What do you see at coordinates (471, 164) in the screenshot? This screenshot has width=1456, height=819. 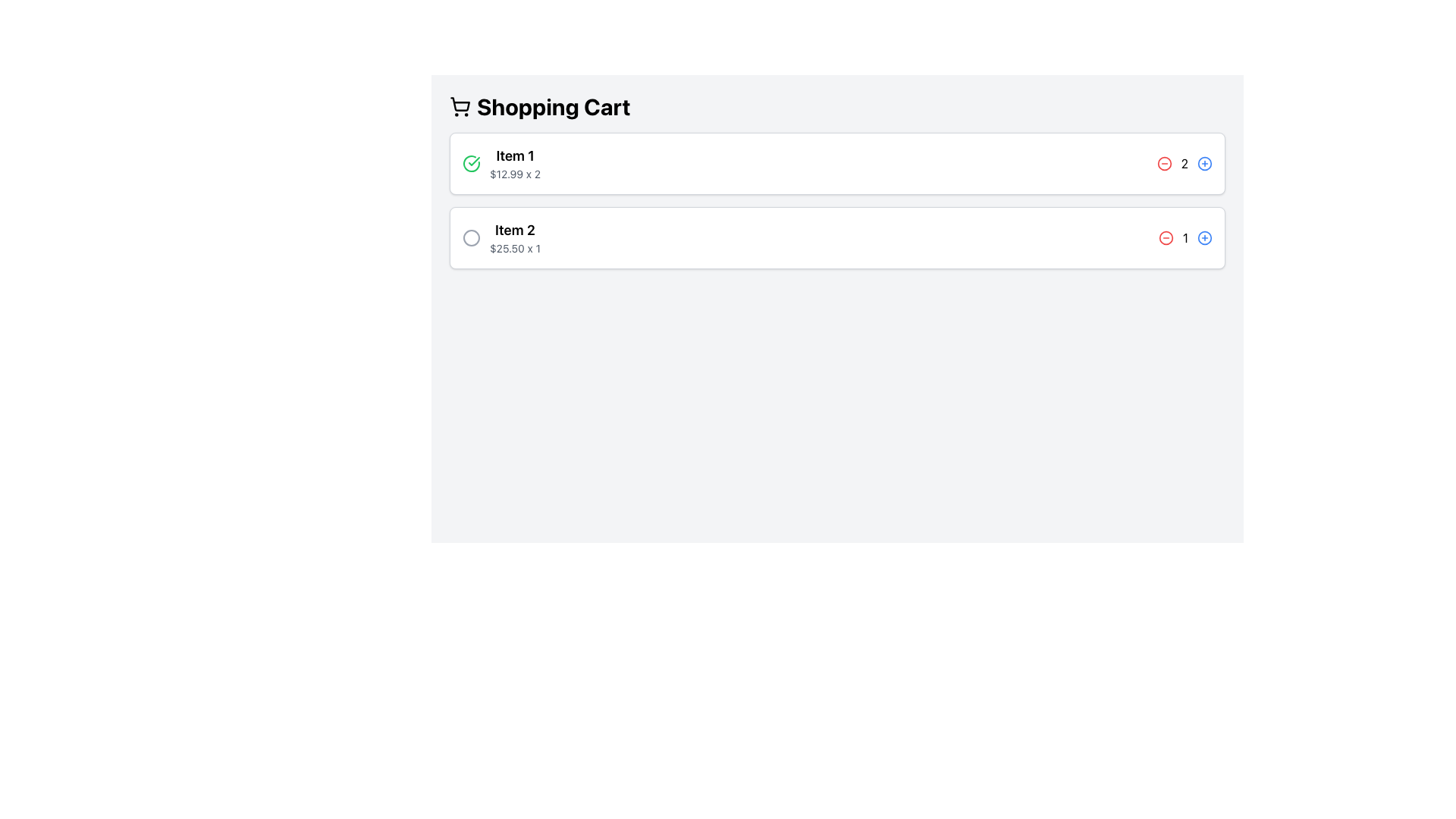 I see `the green circular graphic icon with a checkmark located to the left of the text 'Item 1 $12.99 x 2' in the first list item of the shopping cart` at bounding box center [471, 164].